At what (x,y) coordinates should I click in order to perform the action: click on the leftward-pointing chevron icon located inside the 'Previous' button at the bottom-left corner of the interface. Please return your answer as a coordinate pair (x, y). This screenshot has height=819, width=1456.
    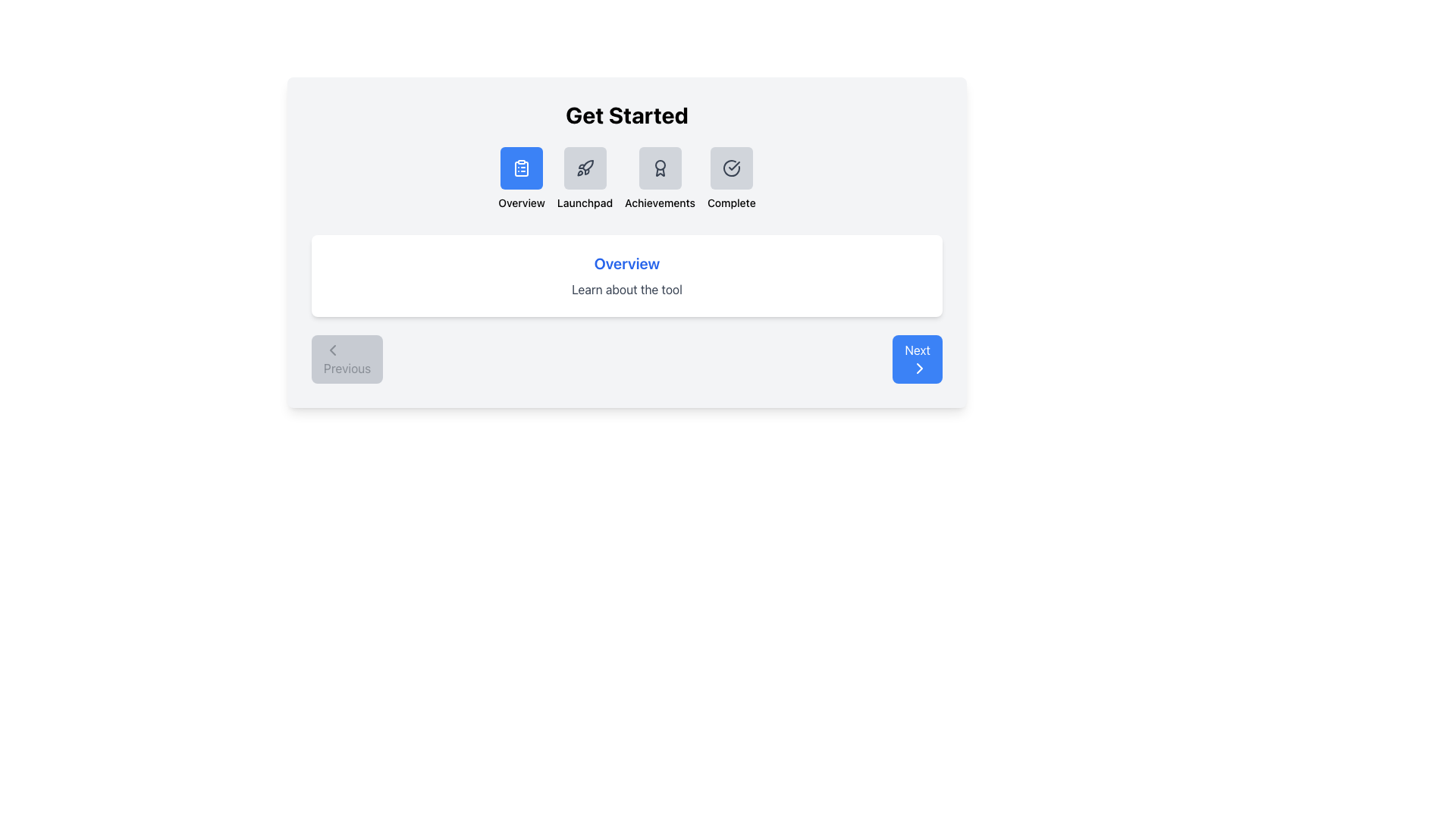
    Looking at the image, I should click on (331, 350).